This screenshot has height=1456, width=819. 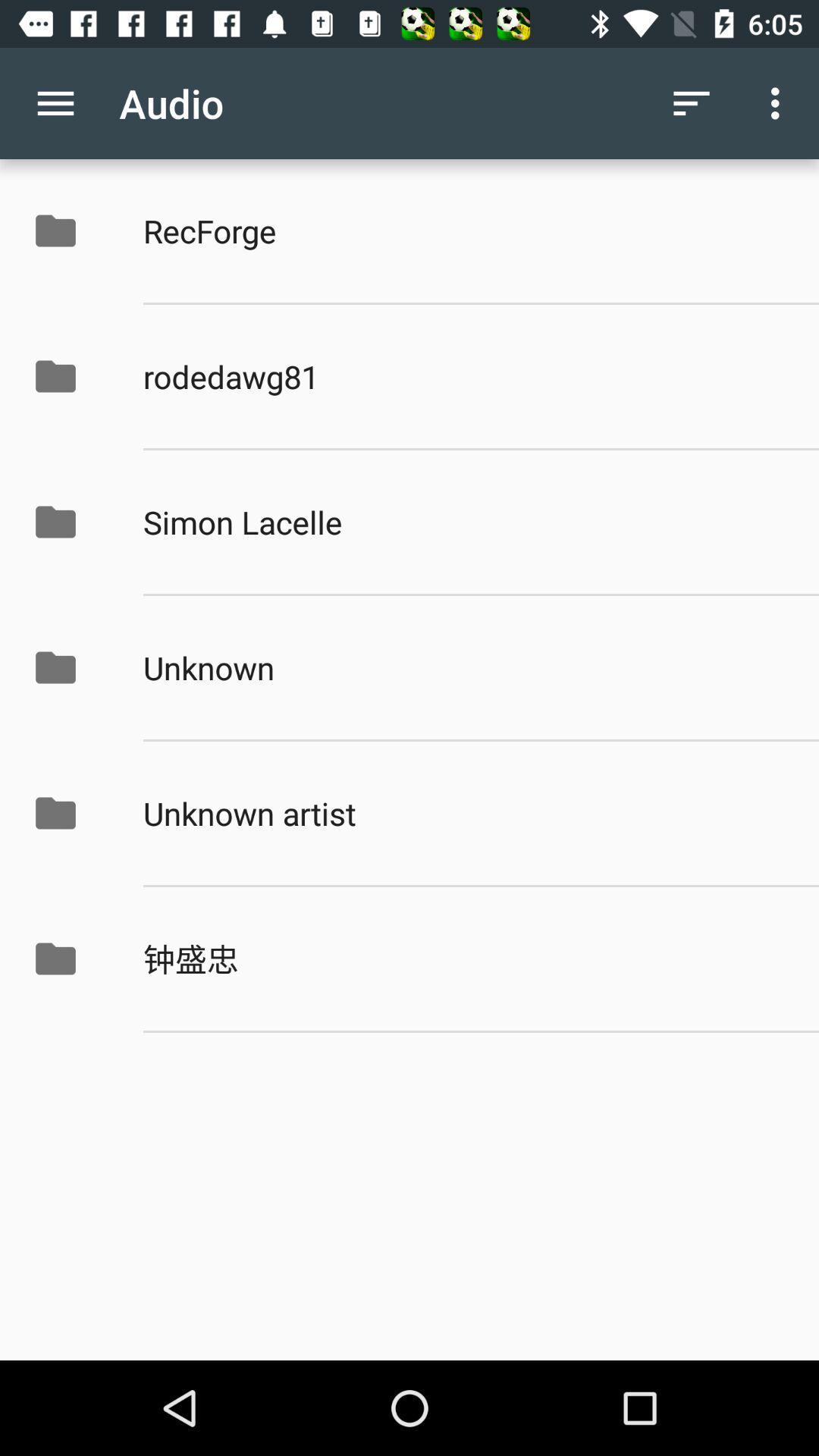 I want to click on icon below recforge icon, so click(x=464, y=376).